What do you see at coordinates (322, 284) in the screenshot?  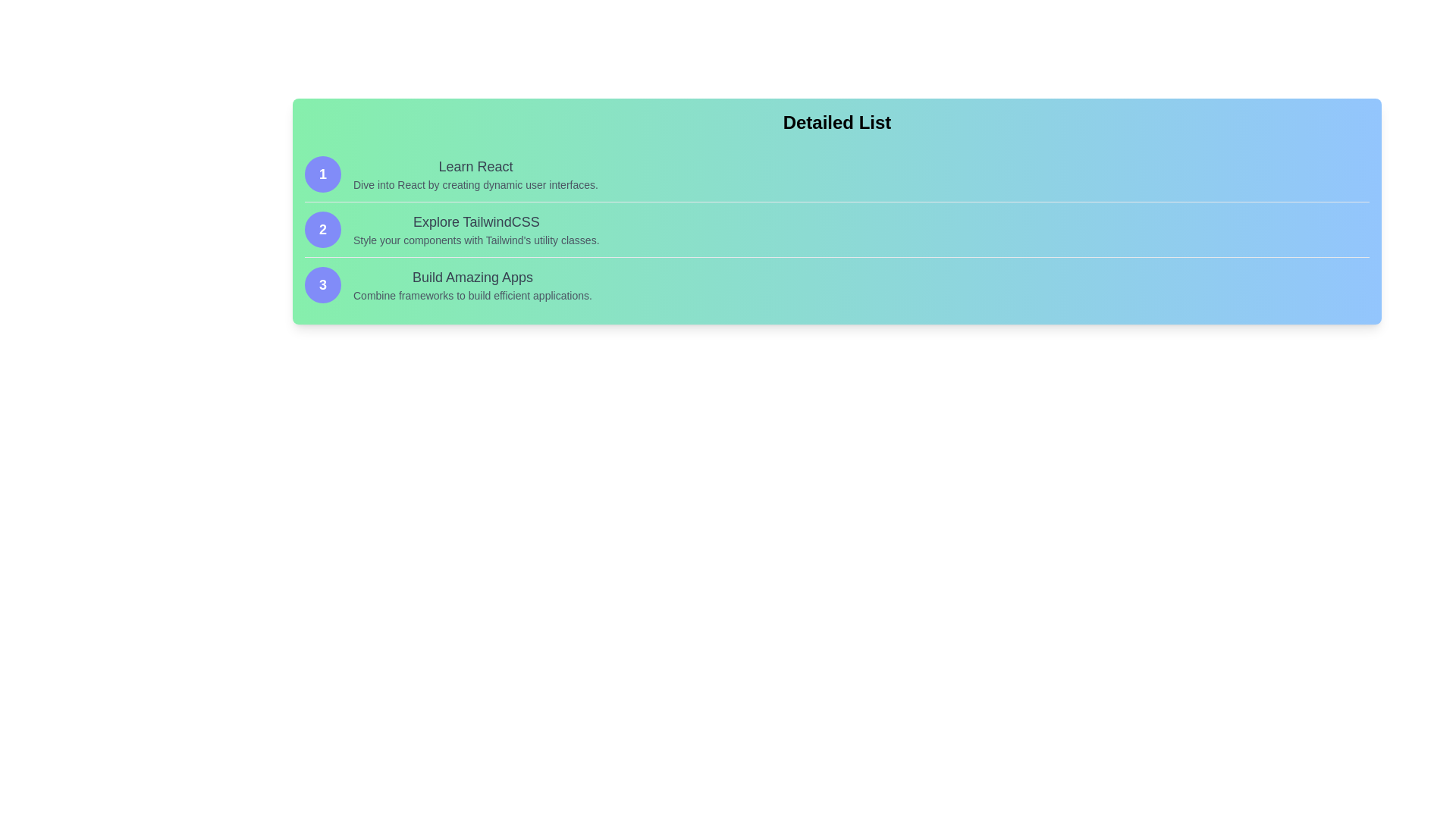 I see `the circular badge with a blue background and the number '3' in white, which is the third badge in a vertical list of badges located to the left of the text 'Build Amazing Apps'` at bounding box center [322, 284].